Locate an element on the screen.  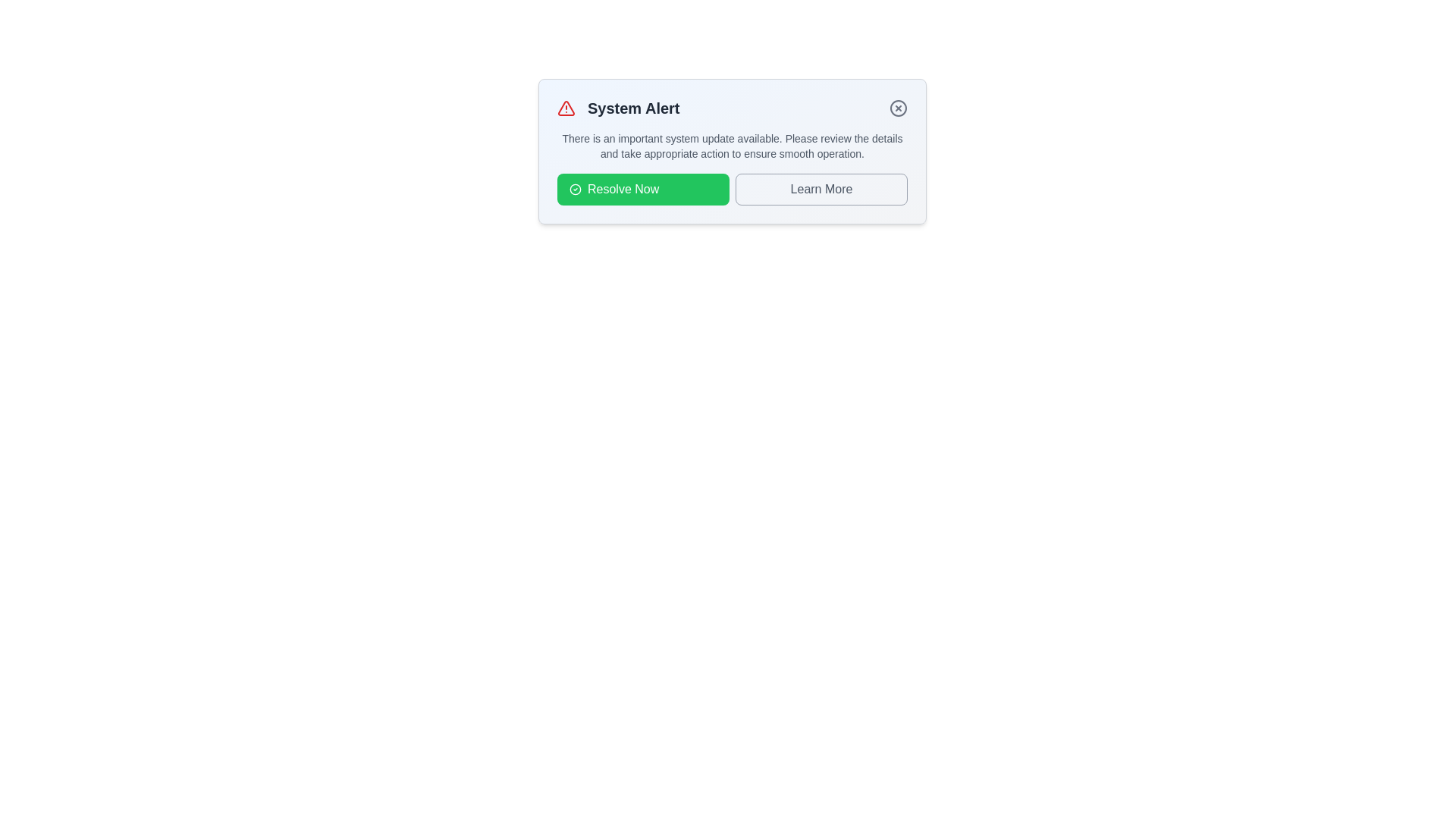
the 'Learn More' button to access additional information is located at coordinates (821, 189).